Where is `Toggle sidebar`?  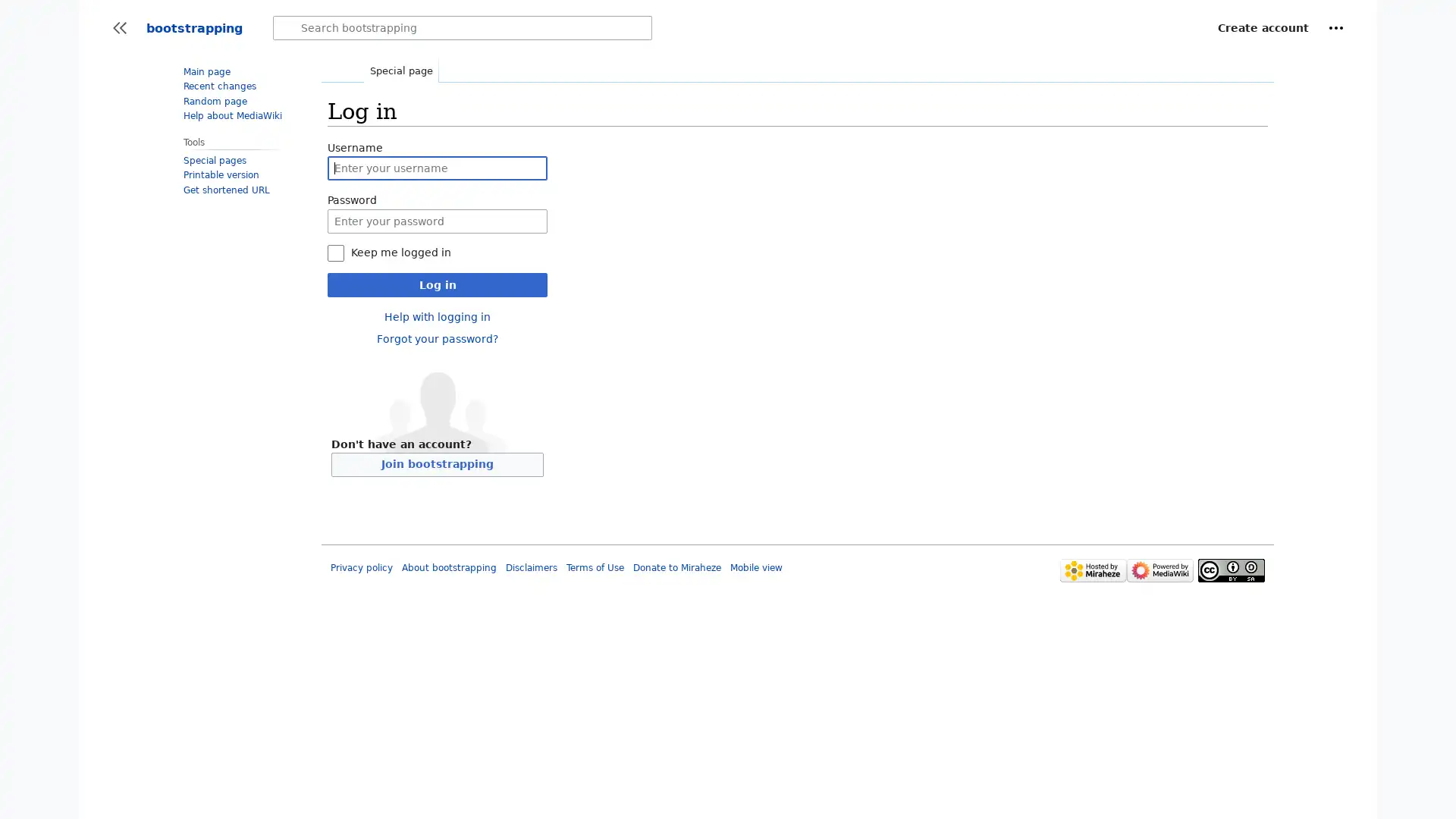
Toggle sidebar is located at coordinates (119, 28).